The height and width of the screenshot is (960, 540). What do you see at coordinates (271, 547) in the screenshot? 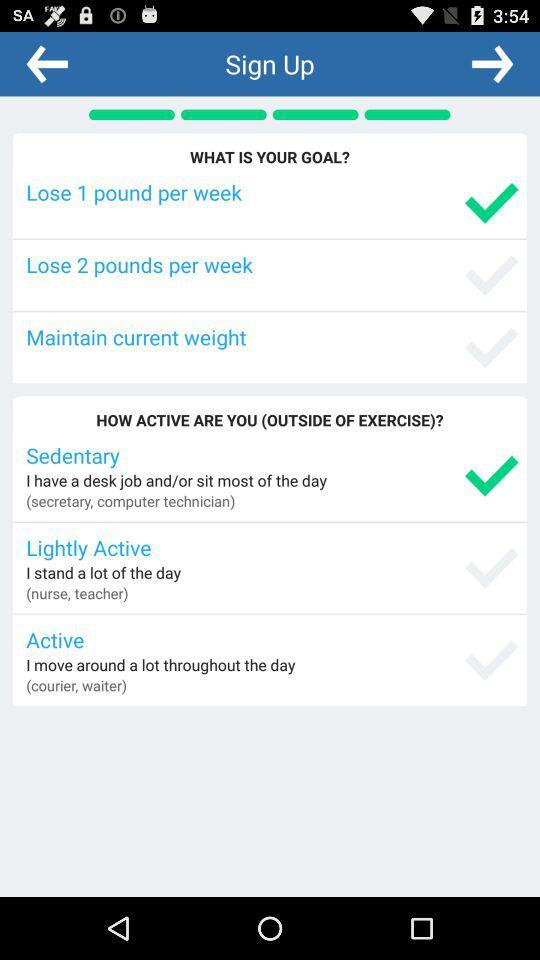
I see `the lightly active app` at bounding box center [271, 547].